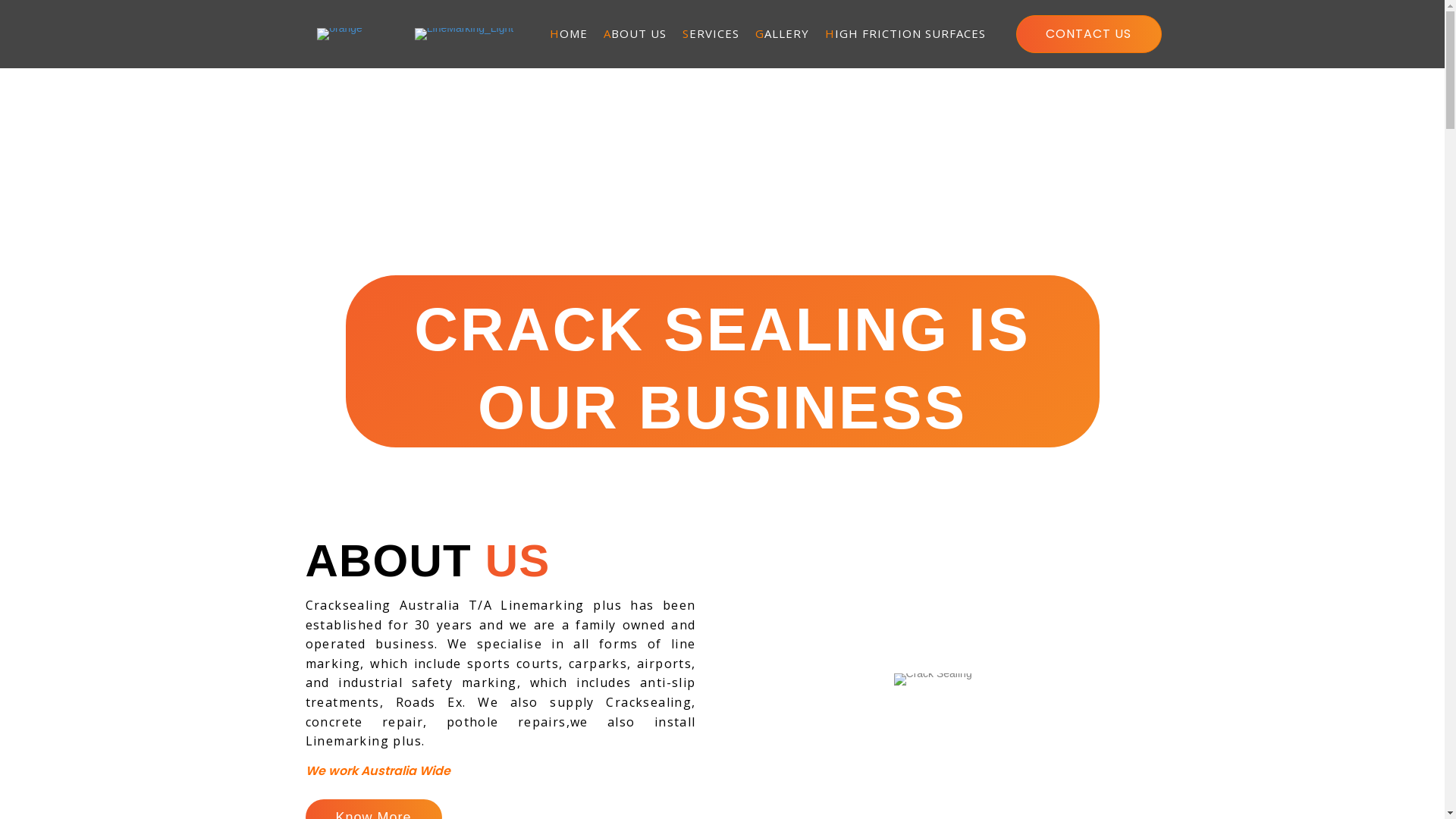 This screenshot has width=1456, height=819. Describe the element at coordinates (817, 34) in the screenshot. I see `'HIGH FRICTION SURFACES'` at that location.